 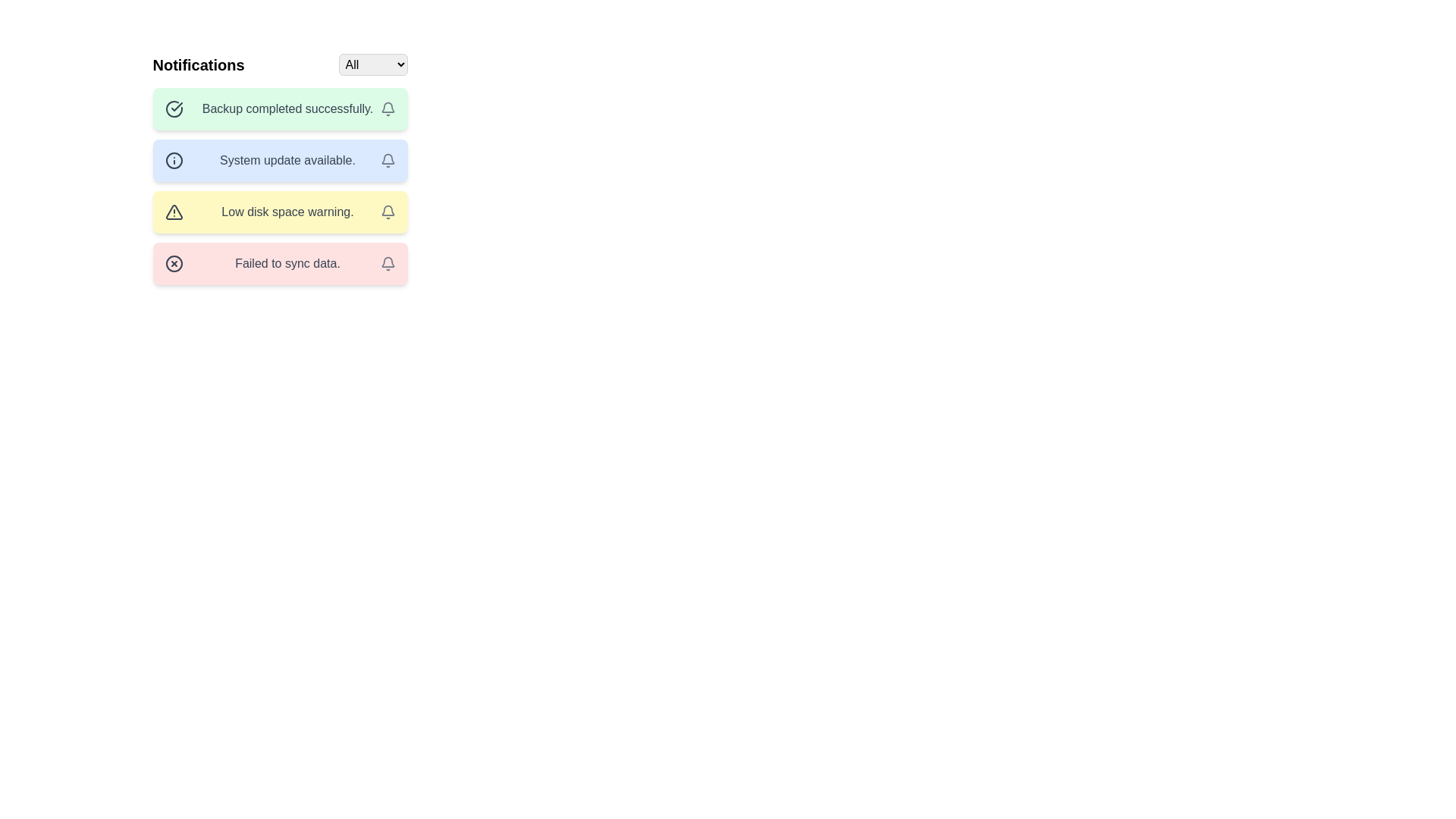 What do you see at coordinates (174, 262) in the screenshot?
I see `the error icon located in the left section of the fourth notification box, closely aligned with the text 'Failed to sync data.'` at bounding box center [174, 262].